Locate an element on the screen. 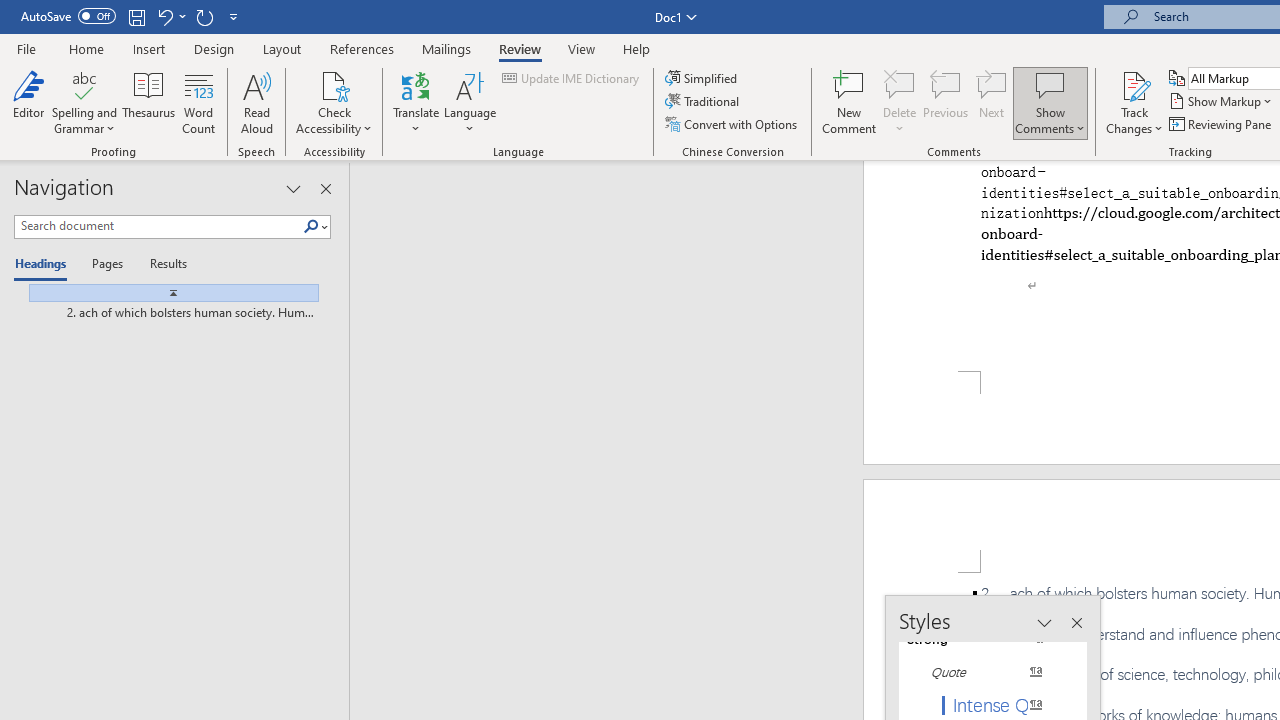 The height and width of the screenshot is (720, 1280). 'Thesaurus...' is located at coordinates (148, 103).